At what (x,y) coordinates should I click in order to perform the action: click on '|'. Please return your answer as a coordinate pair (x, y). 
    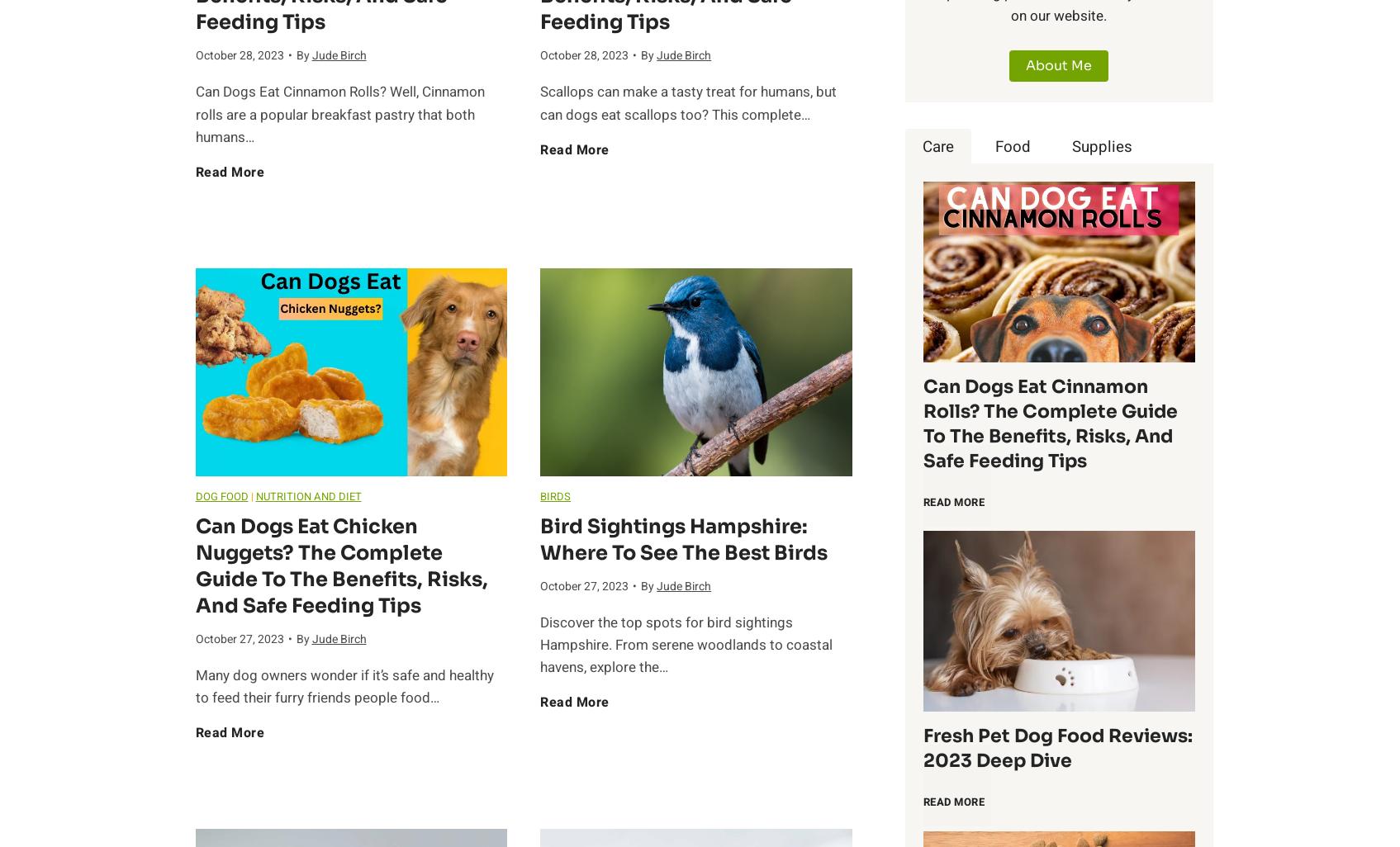
    Looking at the image, I should click on (251, 494).